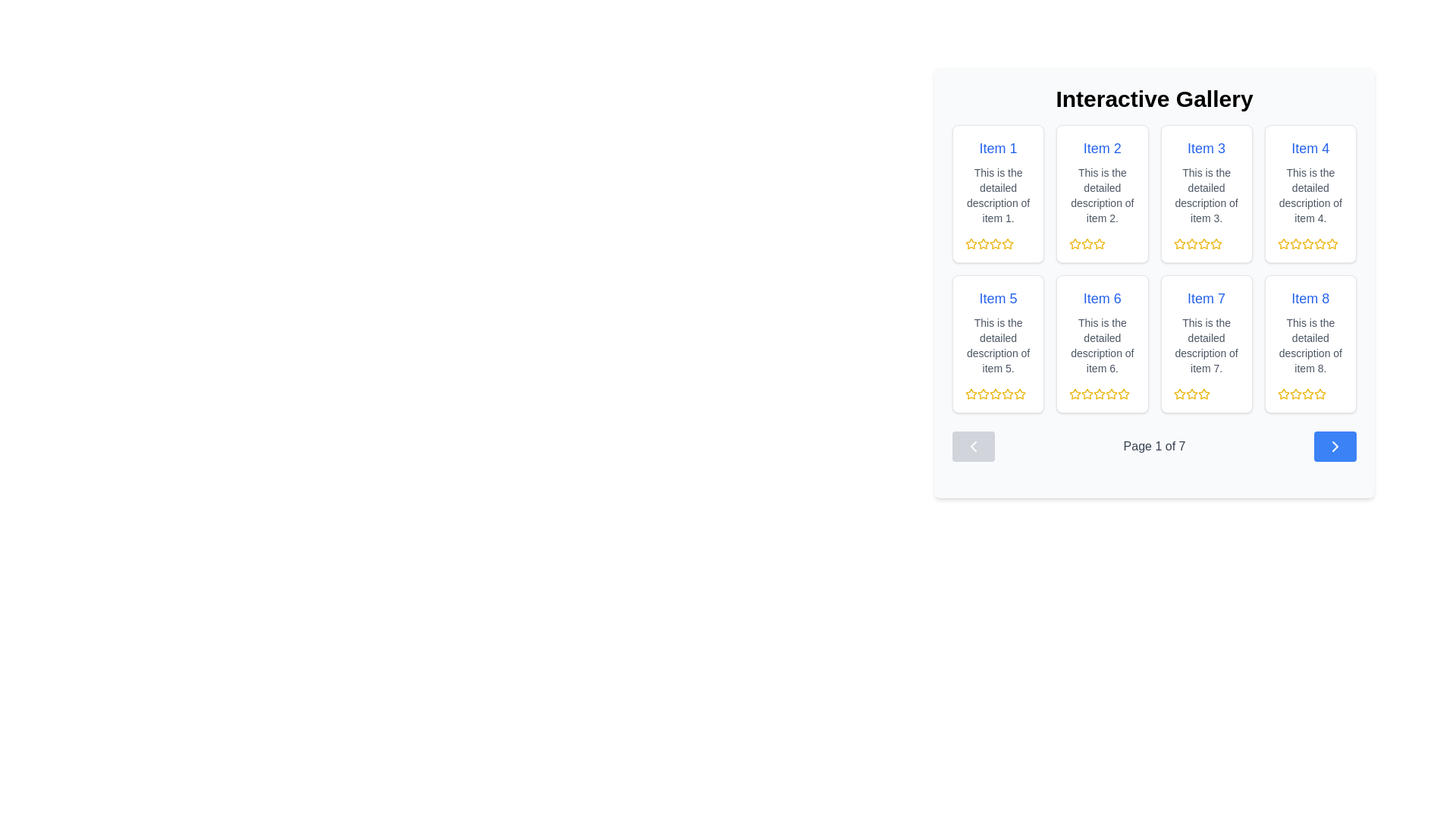 The image size is (1456, 819). I want to click on the navigation button located at the bottom-right corner of the pagination bar, so click(1335, 446).